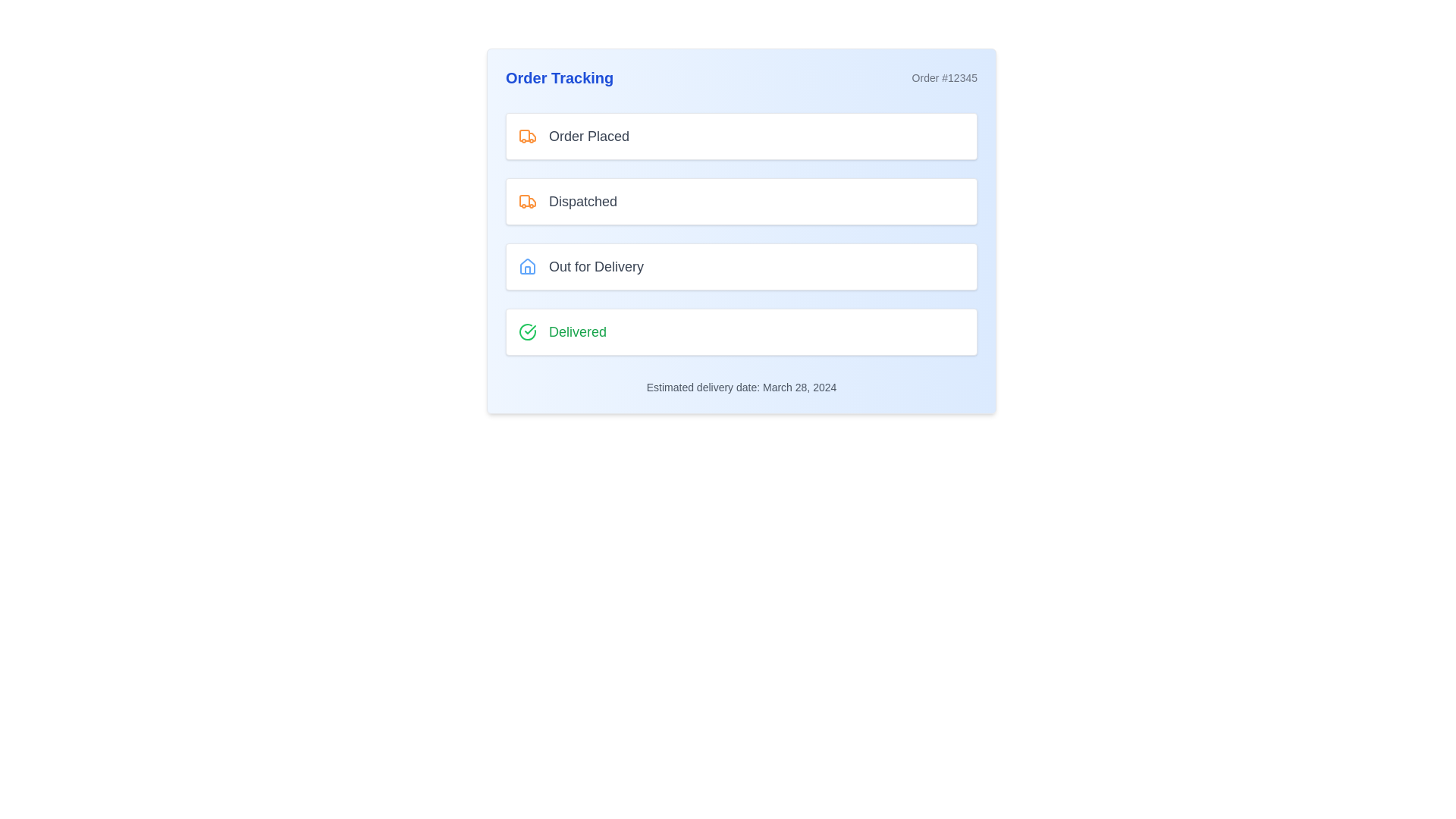 Image resolution: width=1456 pixels, height=819 pixels. Describe the element at coordinates (582, 201) in the screenshot. I see `the status indicator text label that displays 'Dispatched', located to the right of the orange truck icon in the second rectangular box from the top` at that location.